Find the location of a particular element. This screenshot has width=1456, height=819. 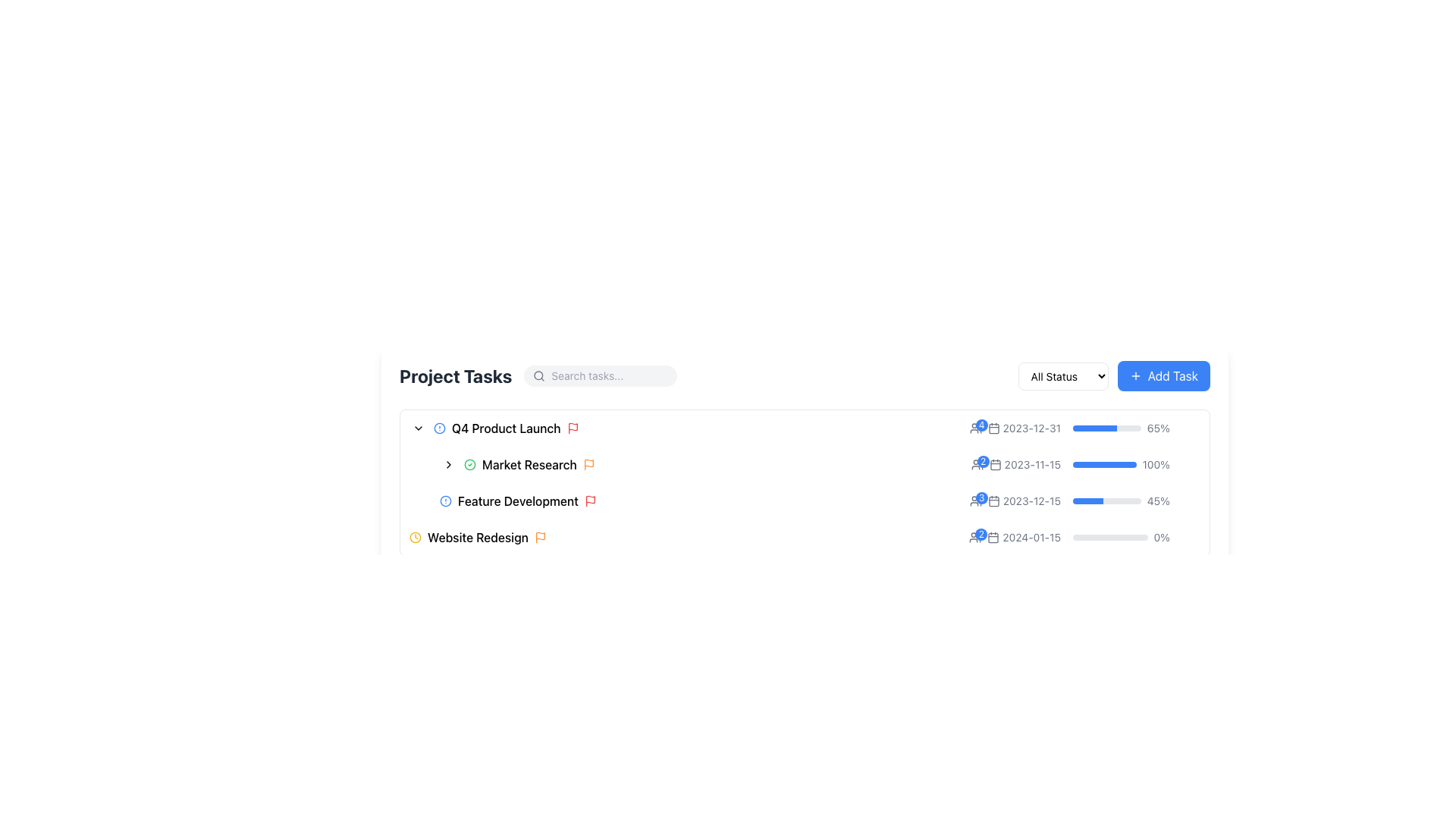

the task row surrounding the date display element '2024-01-15', which is located in the bottom-most row of the task list is located at coordinates (1015, 537).